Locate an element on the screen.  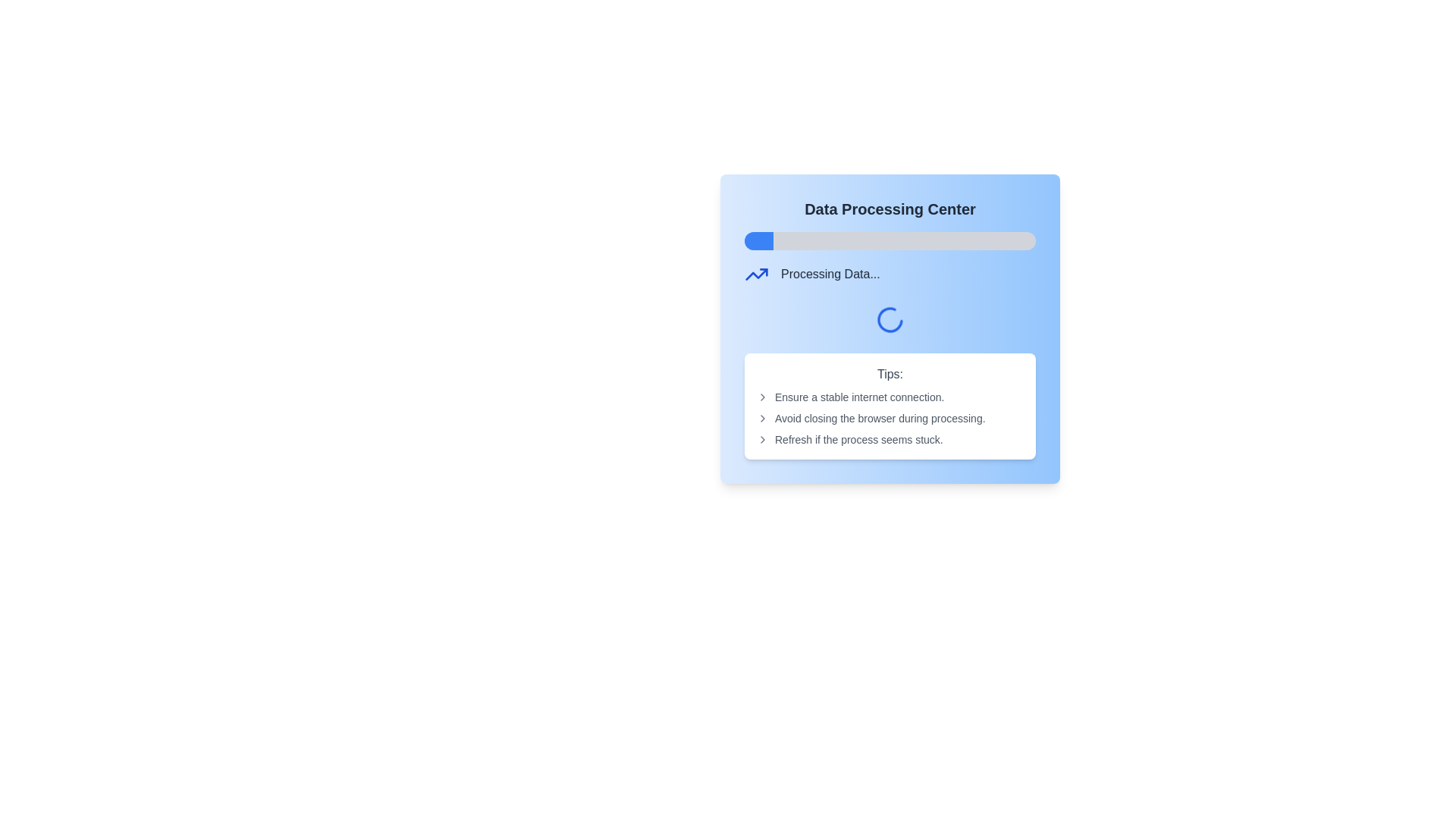
the spinning loader animation located near the center of the animation below the 'Processing Data...' text for visual feedback is located at coordinates (890, 318).